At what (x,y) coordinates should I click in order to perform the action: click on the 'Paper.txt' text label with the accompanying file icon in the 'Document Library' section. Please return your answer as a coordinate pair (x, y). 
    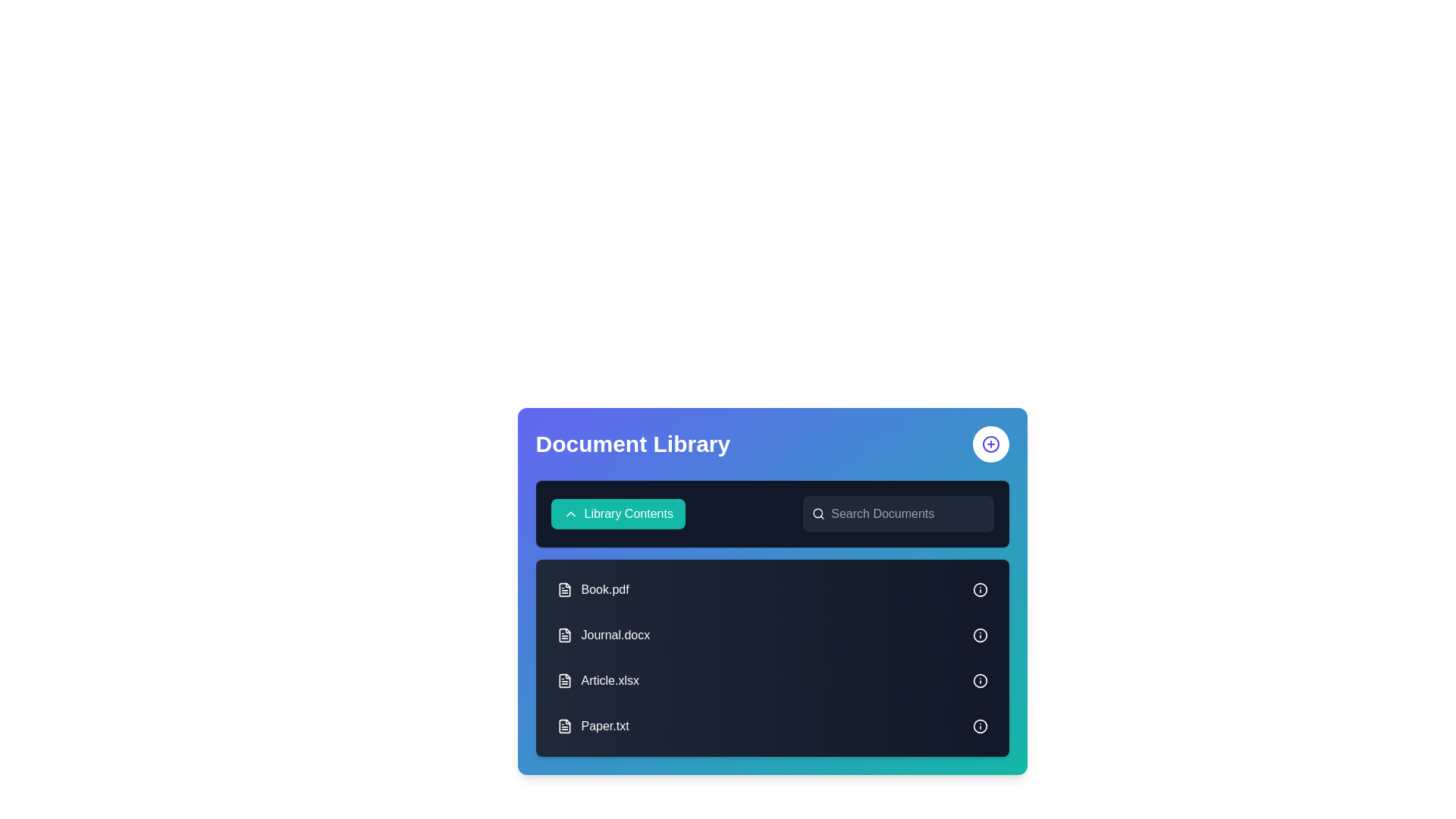
    Looking at the image, I should click on (592, 725).